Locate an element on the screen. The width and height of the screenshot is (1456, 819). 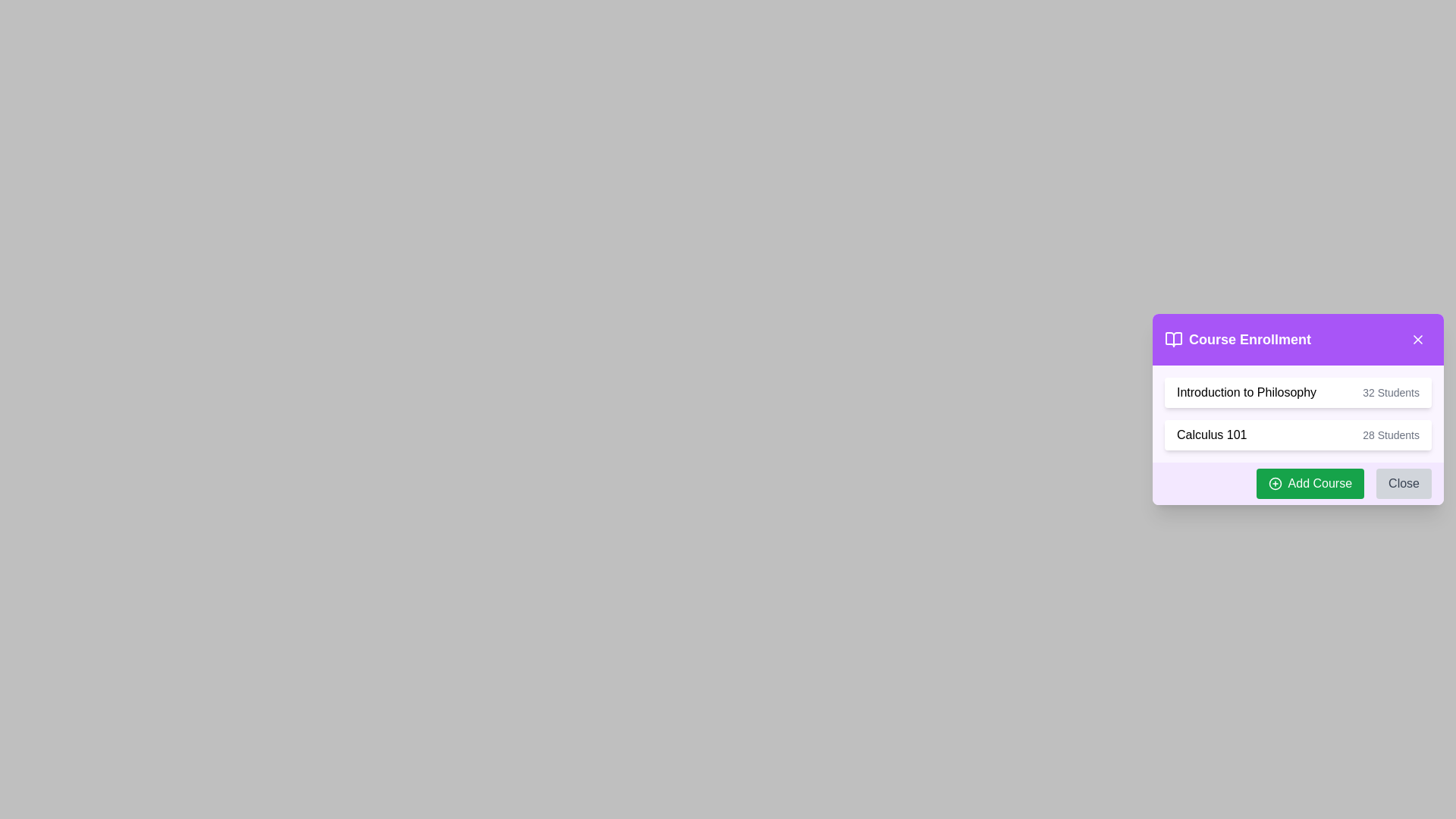
the Text component that serves as a header for the course enrollment panel, which is centrally aligned in the purple header and located to the left of the close icon button is located at coordinates (1238, 338).